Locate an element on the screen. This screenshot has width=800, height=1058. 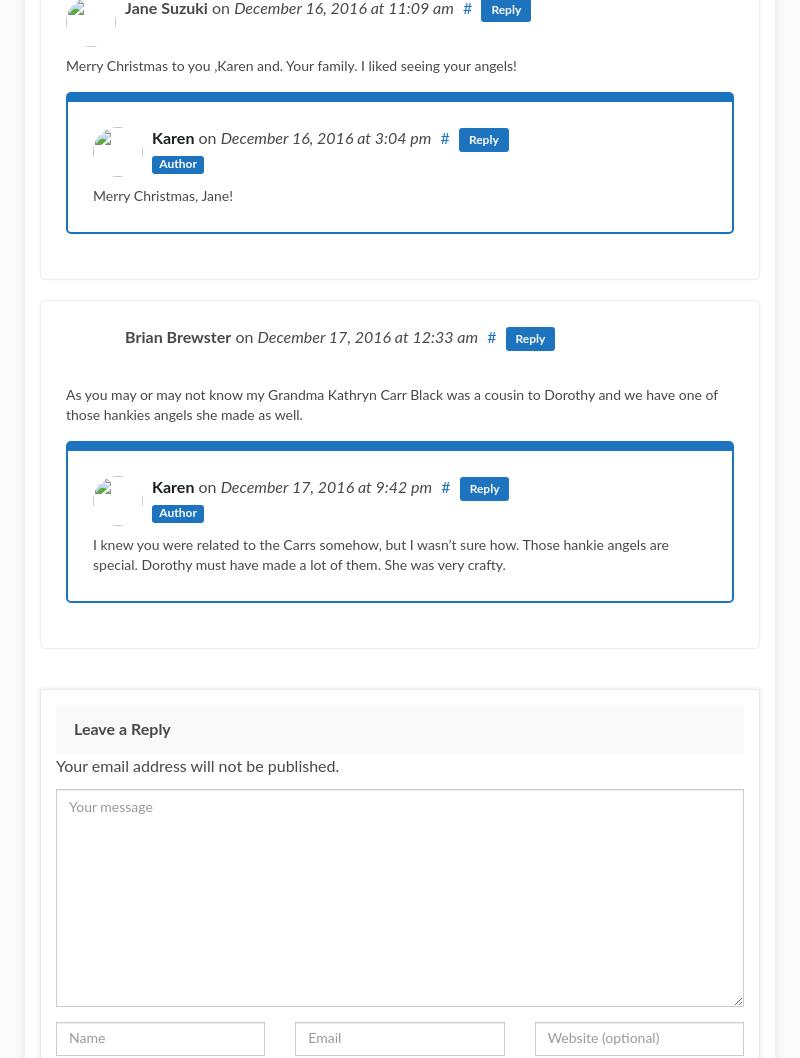
'Jane Suzuki' is located at coordinates (166, 8).